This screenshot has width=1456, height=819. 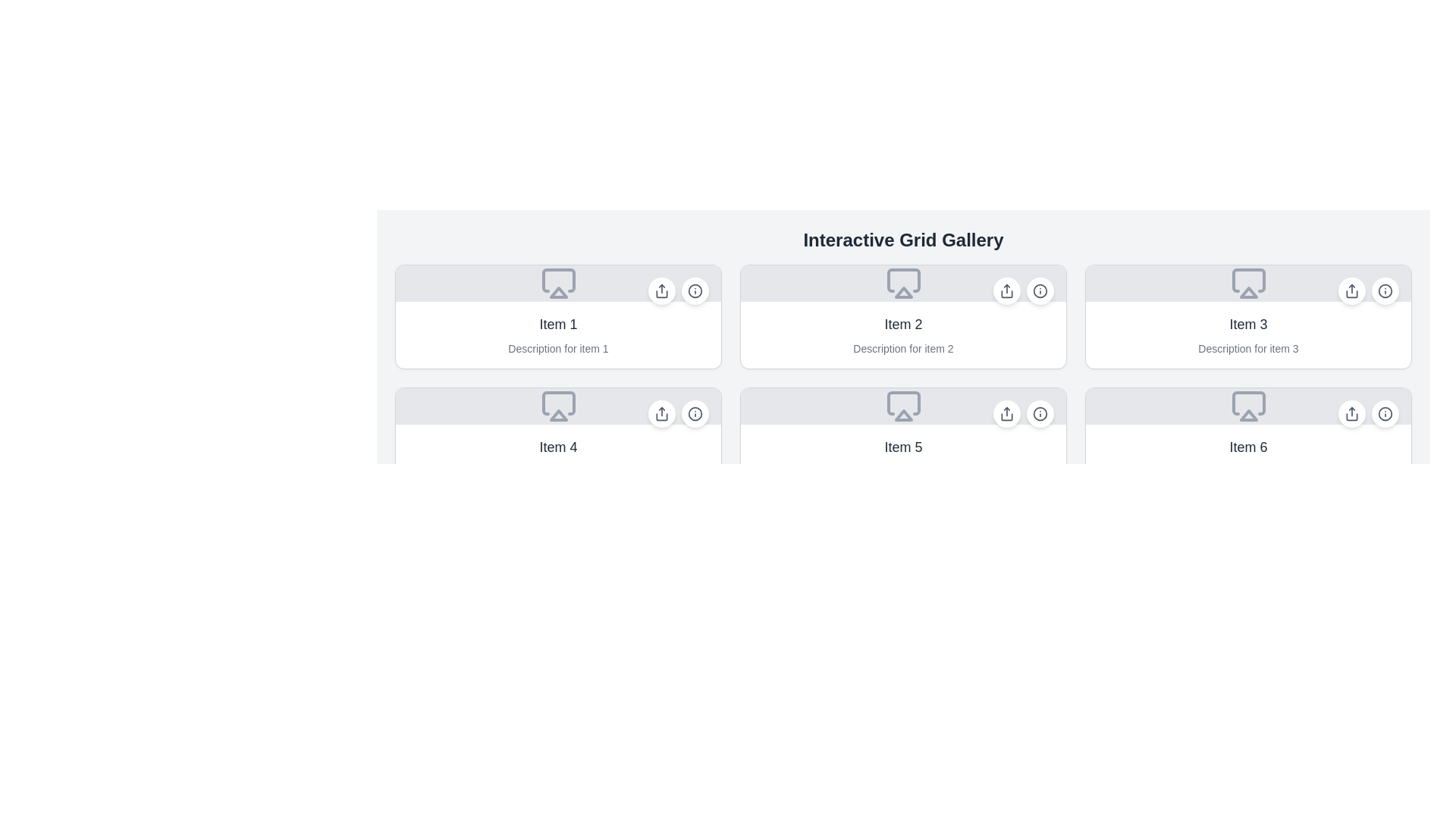 What do you see at coordinates (557, 439) in the screenshot?
I see `information presented in the Card component for 'Item 4', which is located in the left column of the second row in a grid layout` at bounding box center [557, 439].